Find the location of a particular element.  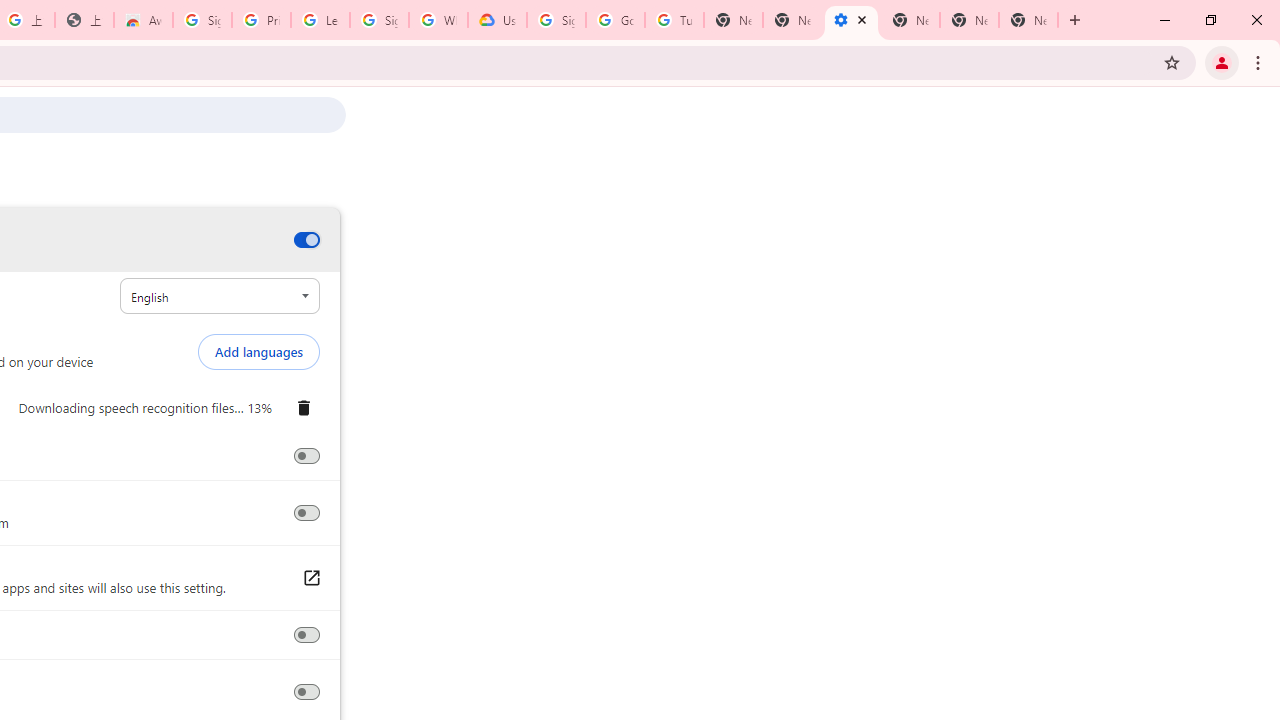

'Who are Google' is located at coordinates (437, 20).